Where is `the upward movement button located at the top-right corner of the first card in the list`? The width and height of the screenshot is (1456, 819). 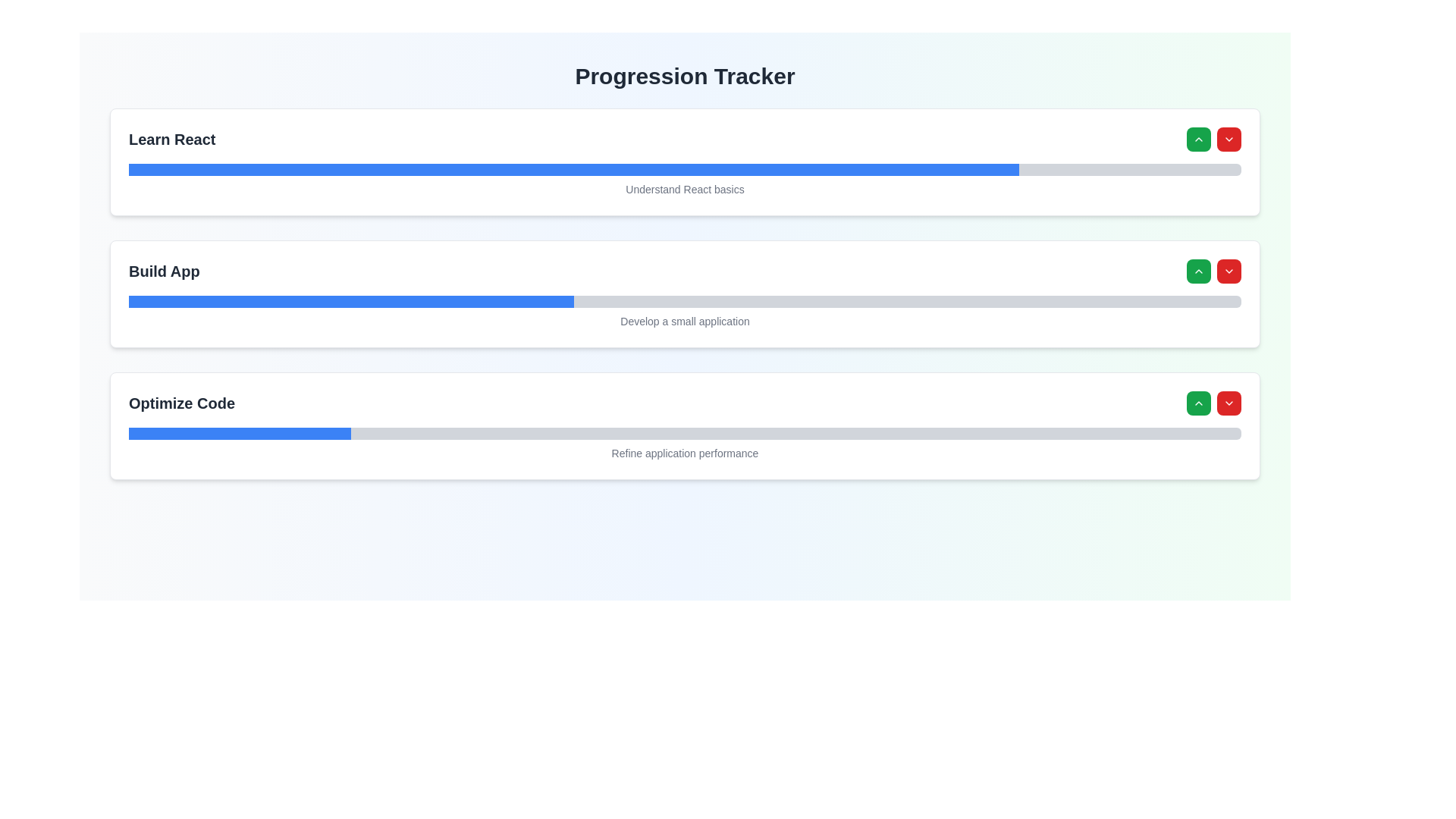 the upward movement button located at the top-right corner of the first card in the list is located at coordinates (1197, 140).